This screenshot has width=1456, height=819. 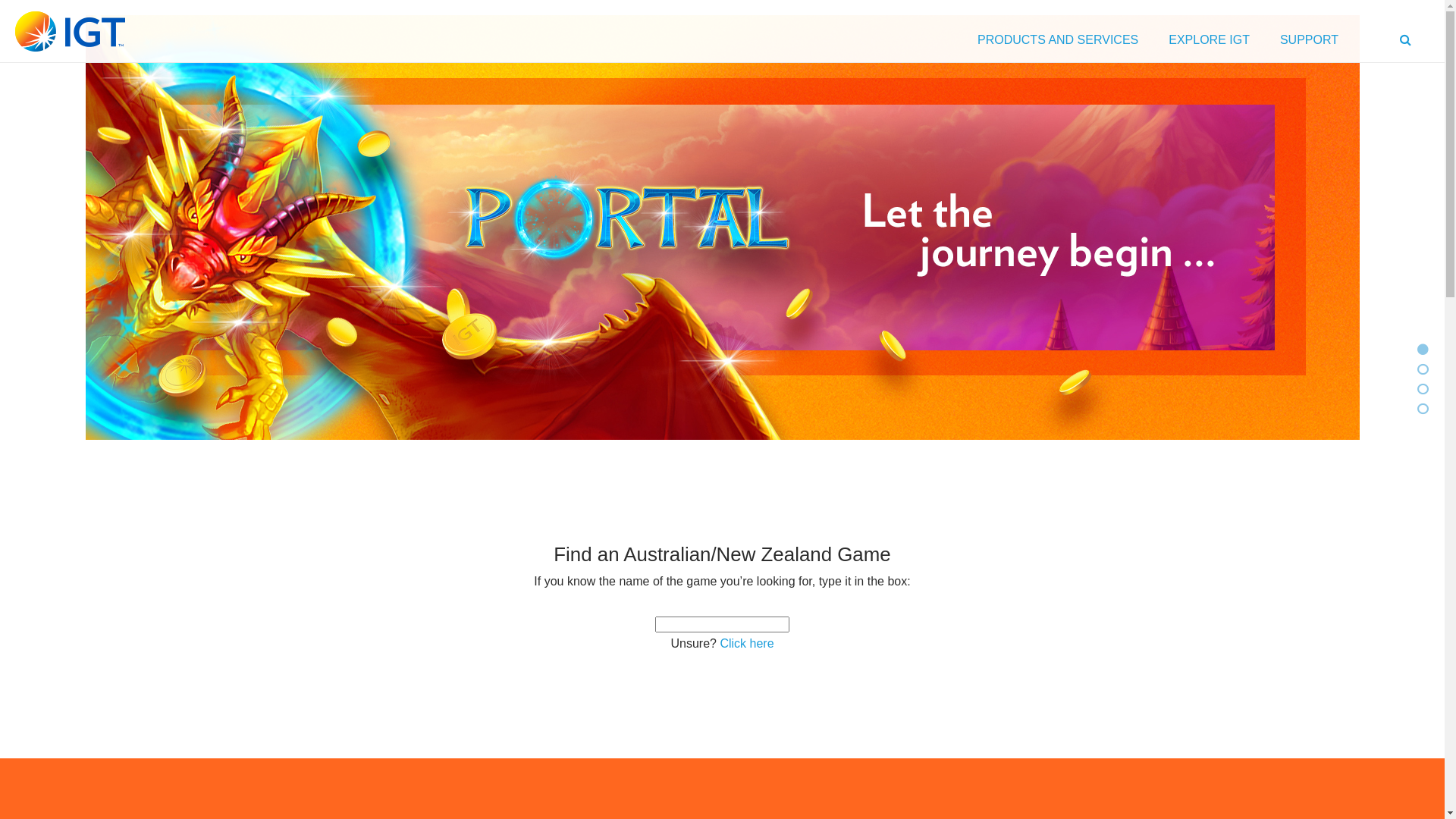 I want to click on 'IGT', so click(x=69, y=31).